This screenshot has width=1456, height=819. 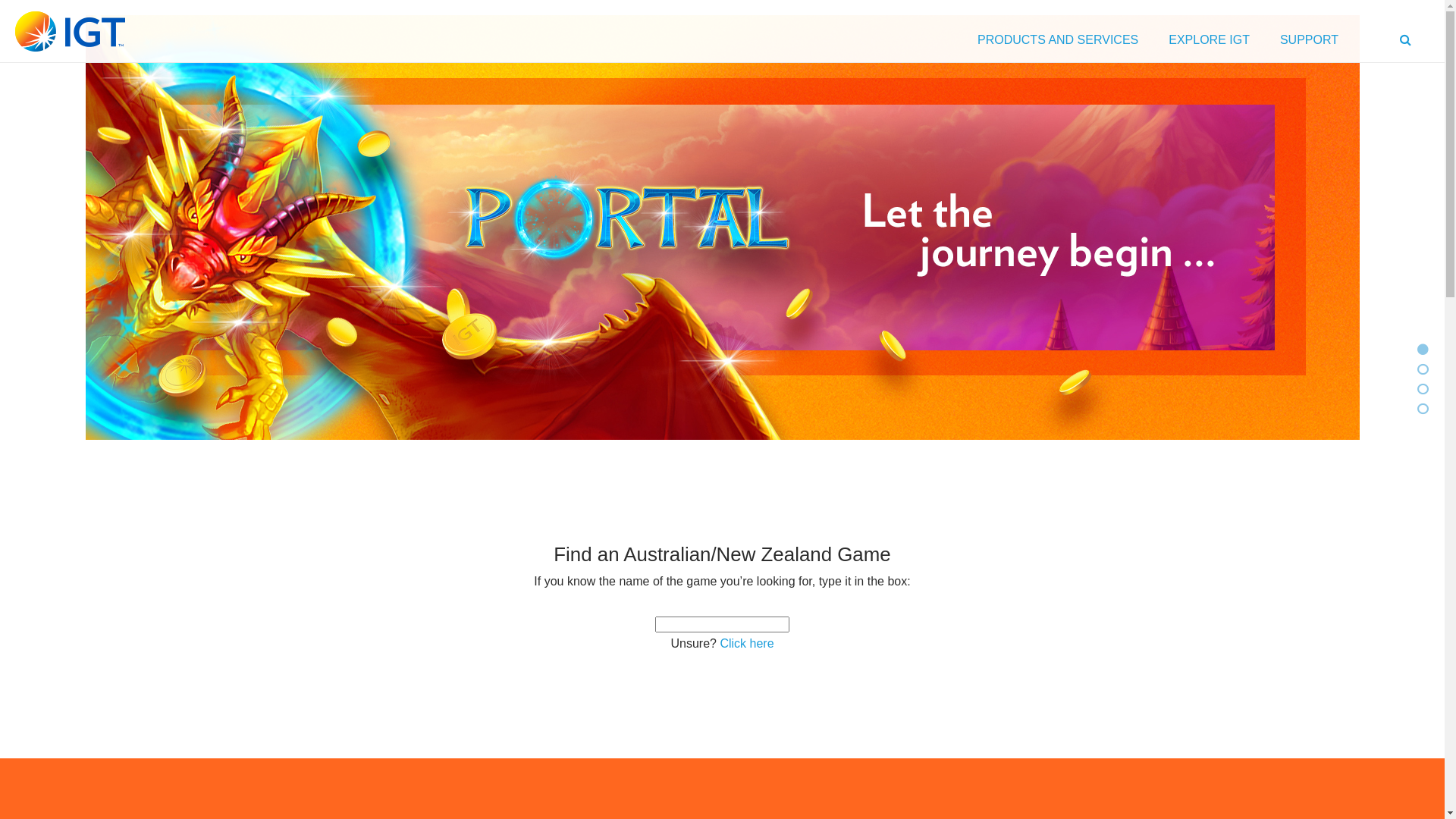 I want to click on 'IGT', so click(x=69, y=31).